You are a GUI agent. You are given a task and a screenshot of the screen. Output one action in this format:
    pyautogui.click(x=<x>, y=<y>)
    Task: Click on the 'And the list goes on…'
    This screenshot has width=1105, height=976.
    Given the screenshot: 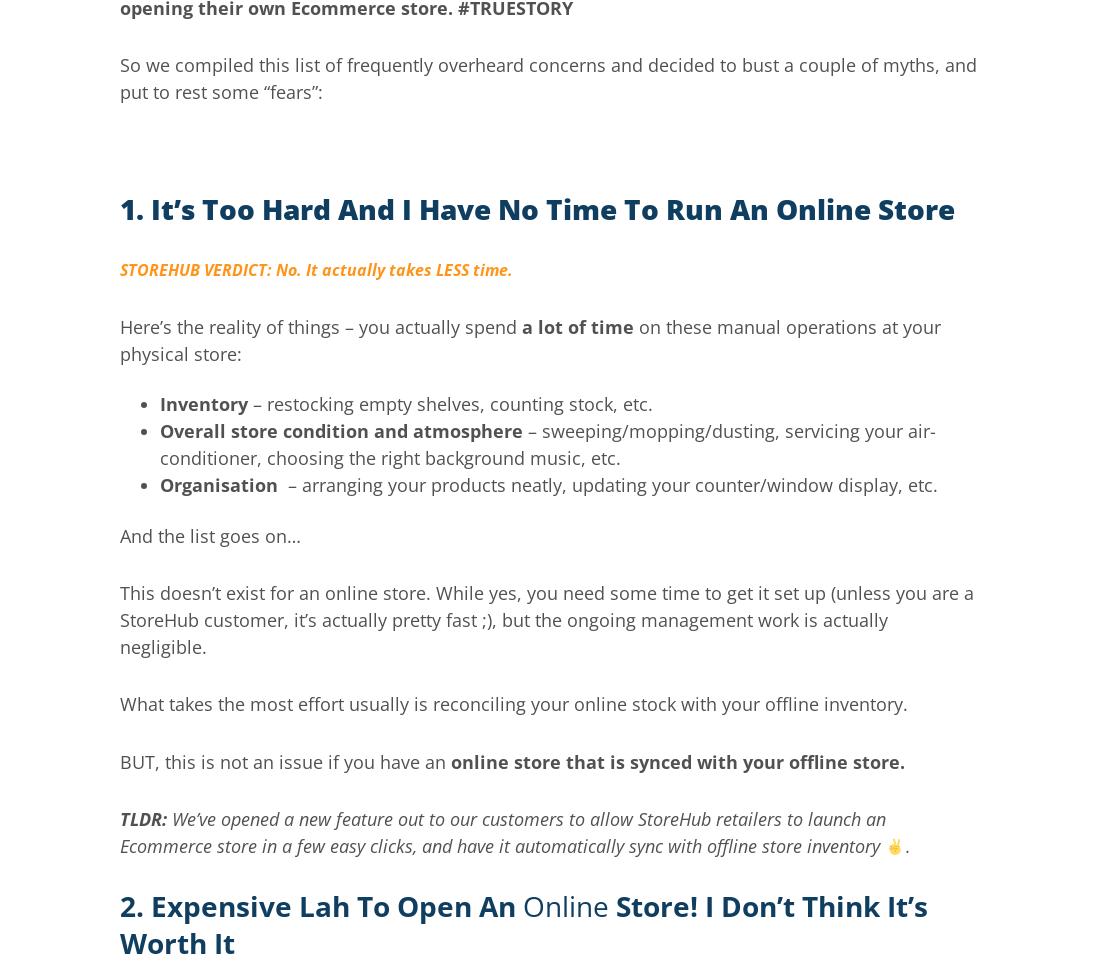 What is the action you would take?
    pyautogui.click(x=209, y=535)
    